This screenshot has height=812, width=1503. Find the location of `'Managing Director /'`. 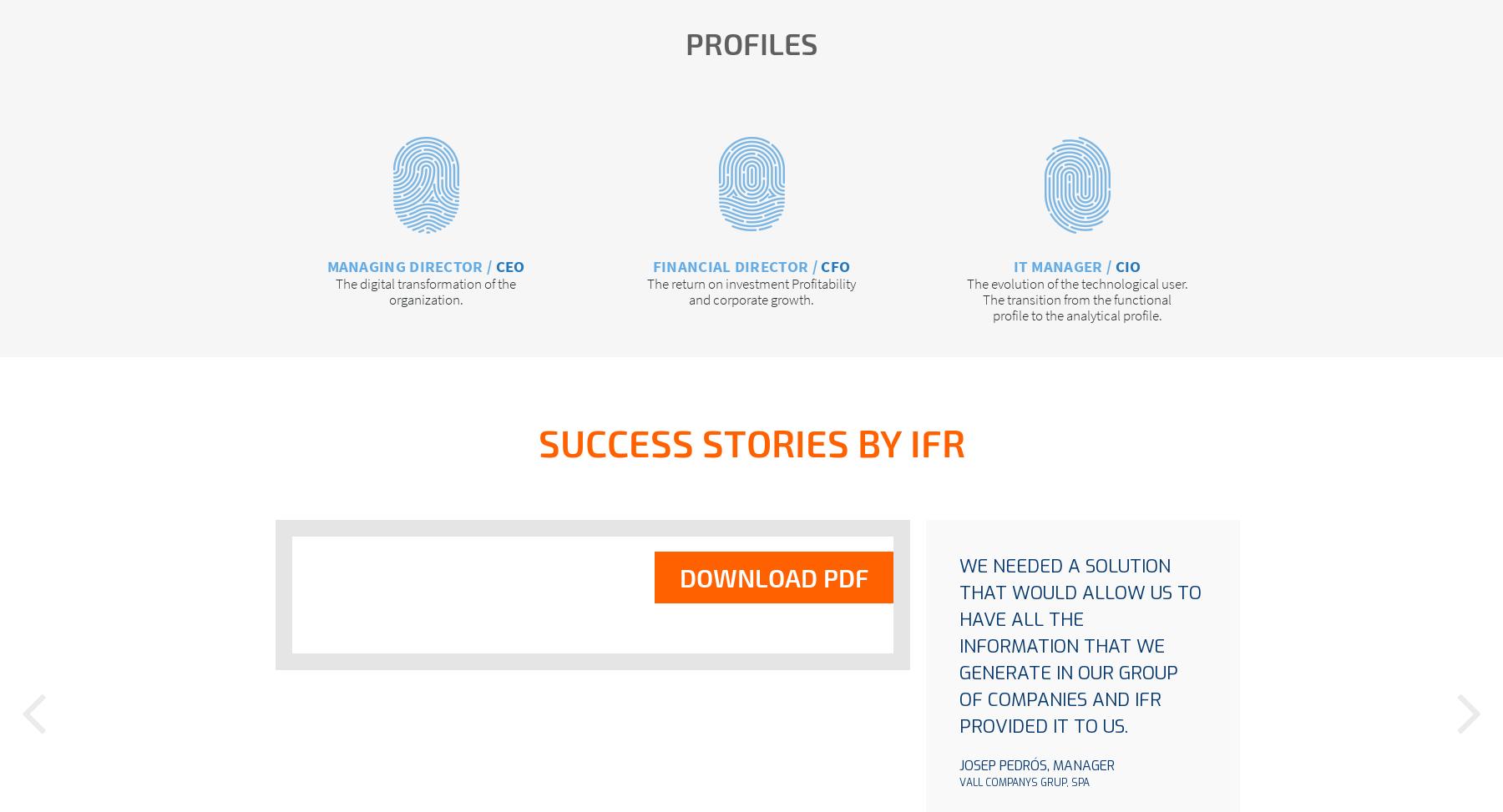

'Managing Director /' is located at coordinates (409, 265).